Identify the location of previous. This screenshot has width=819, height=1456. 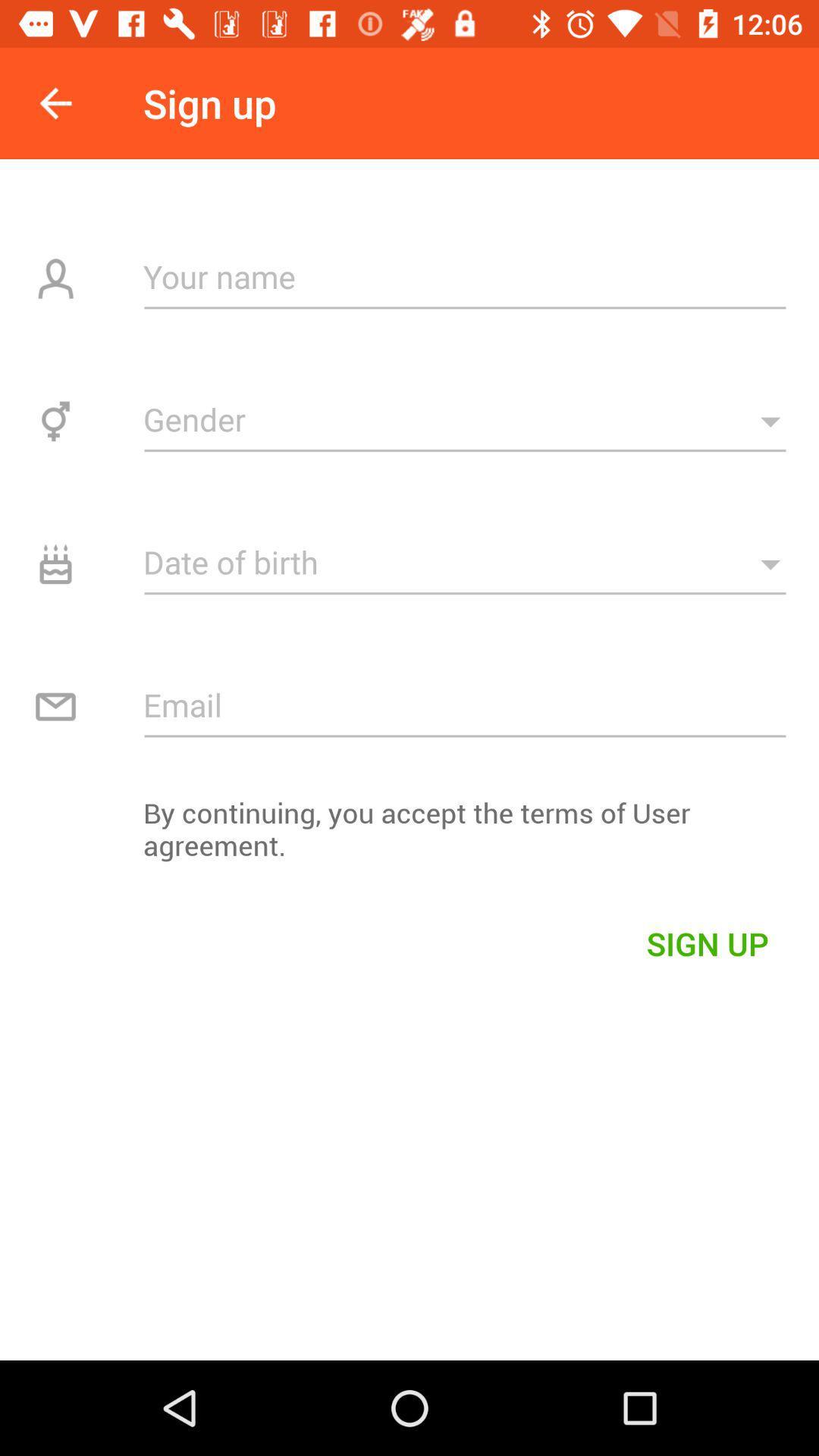
(55, 102).